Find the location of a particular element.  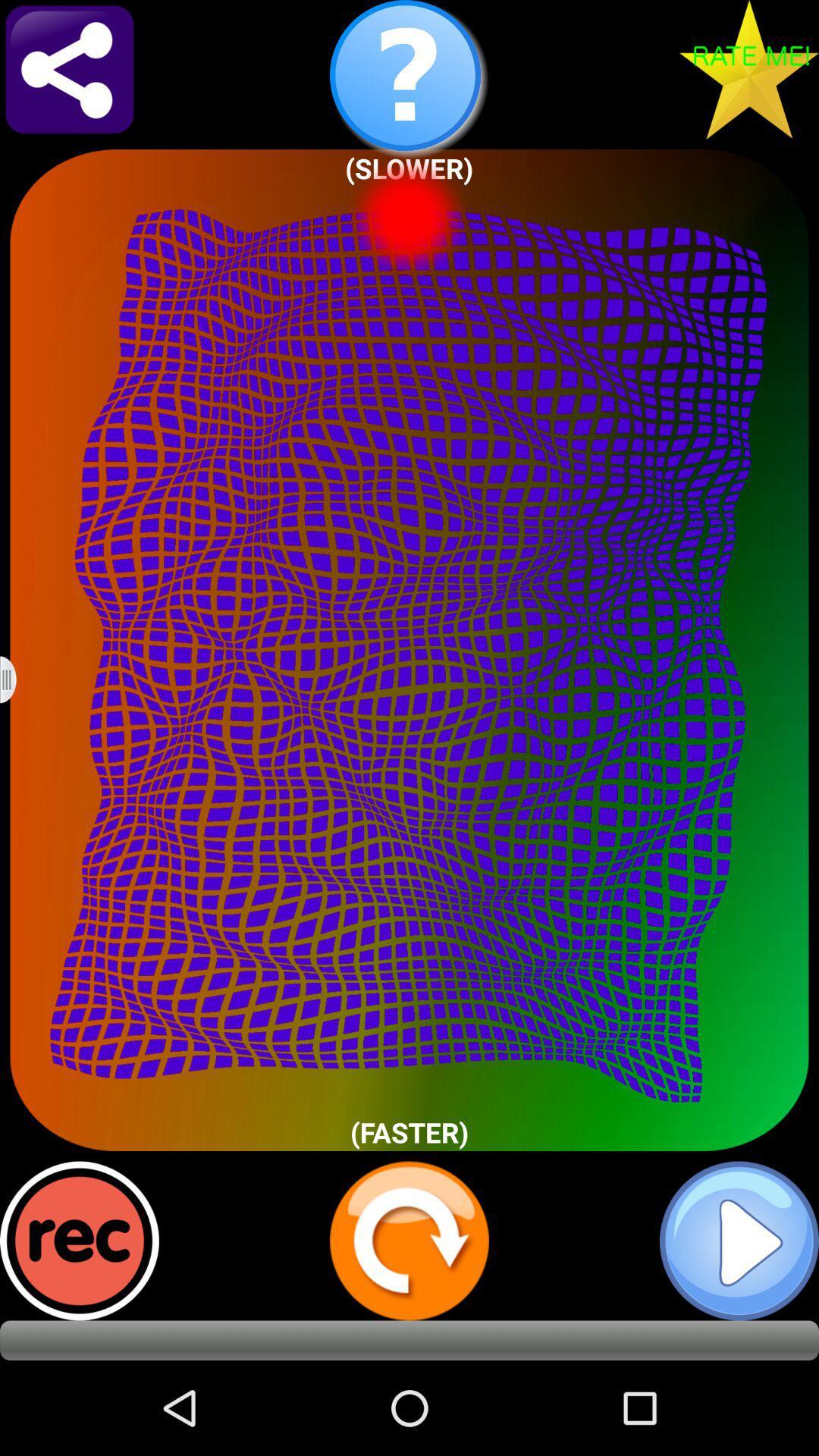

help is located at coordinates (409, 79).